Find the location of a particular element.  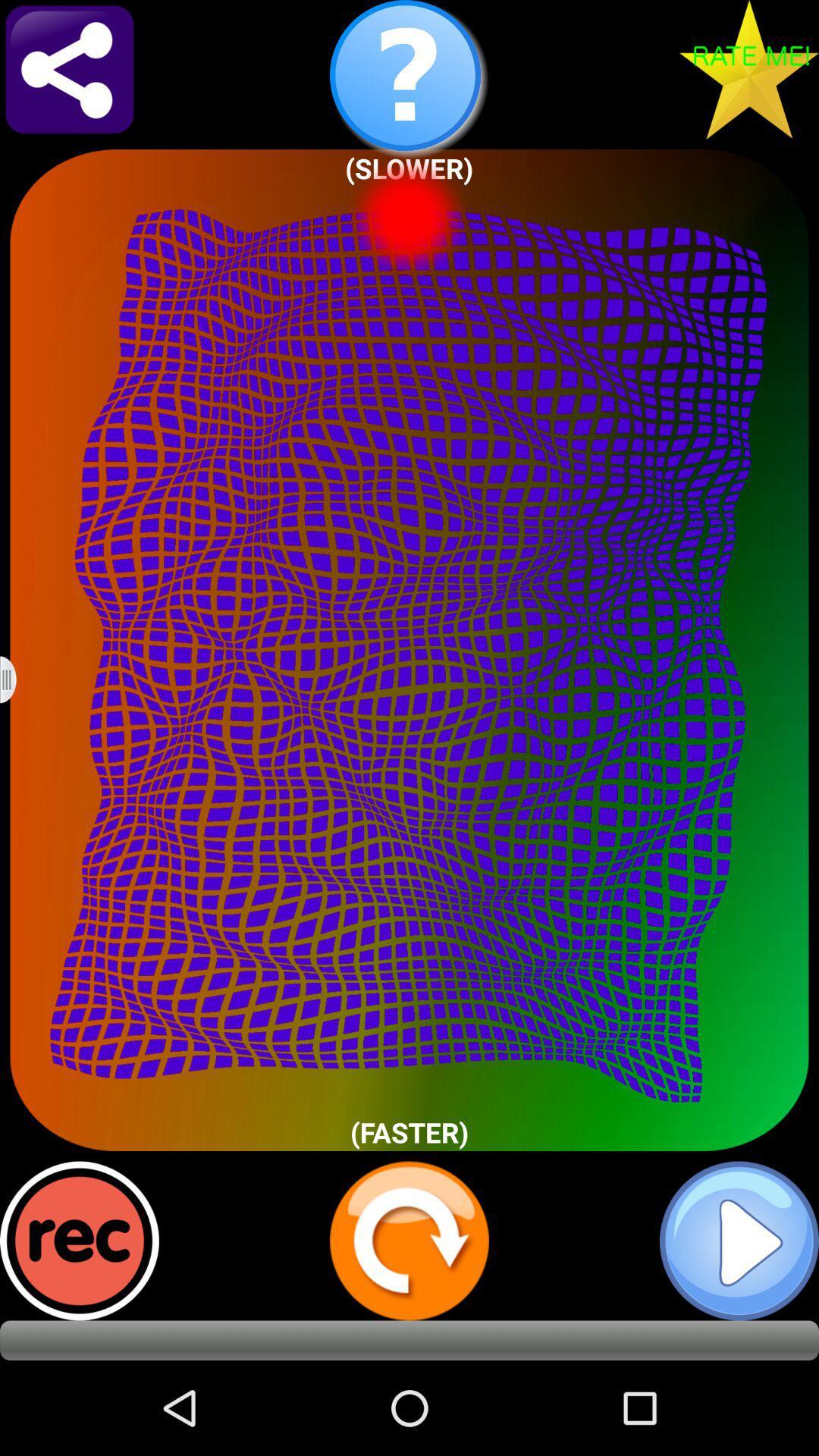

help is located at coordinates (409, 79).